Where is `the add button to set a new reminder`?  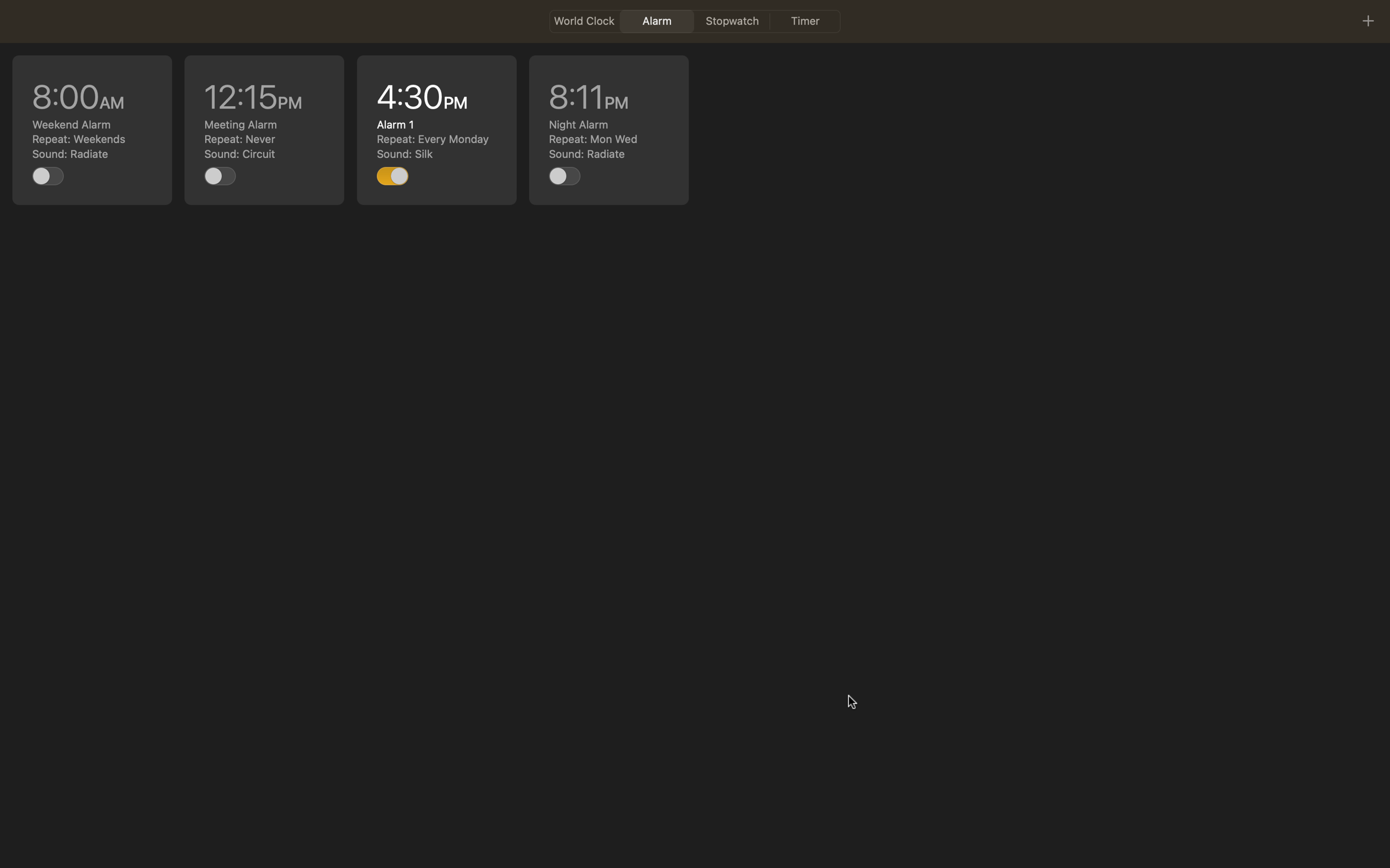
the add button to set a new reminder is located at coordinates (1367, 20).